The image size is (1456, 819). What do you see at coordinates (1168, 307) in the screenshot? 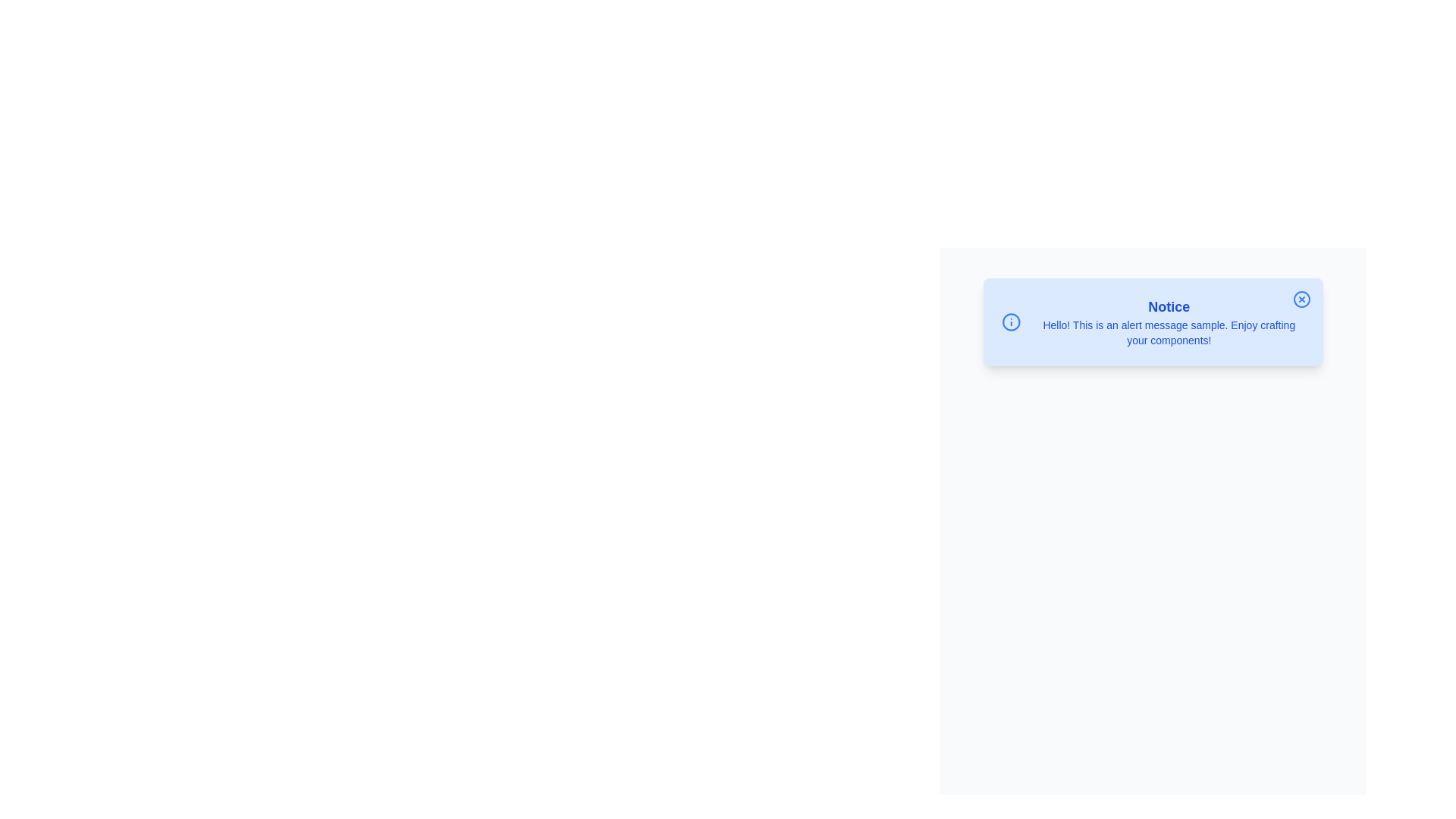
I see `title text of the alert message box, which is positioned in the upper horizontal half and centered above the description text` at bounding box center [1168, 307].